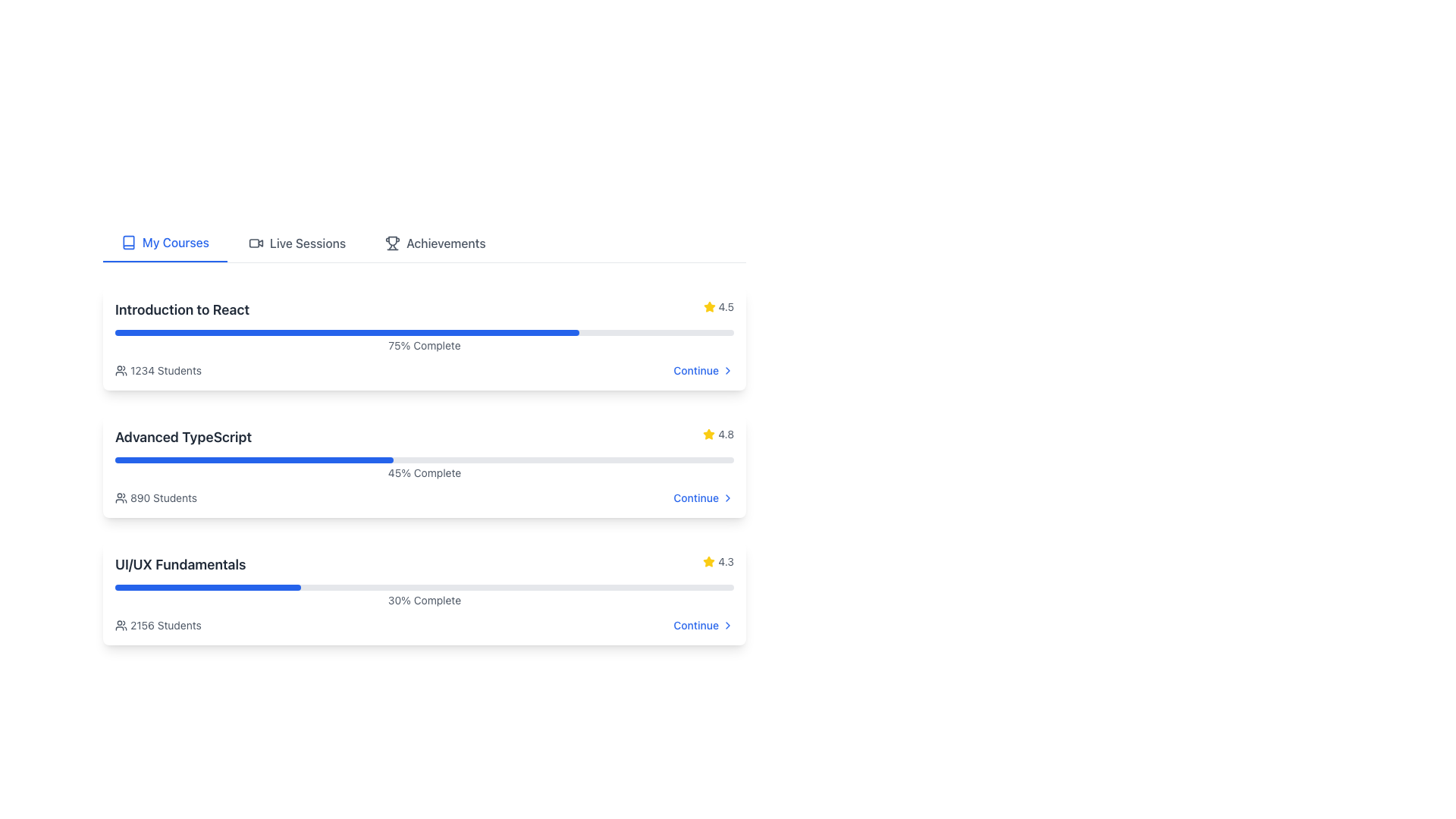  Describe the element at coordinates (346, 332) in the screenshot. I see `the blue progress-fill segment of the progress bar located in the first card titled 'Introduction to React', which indicates the completion percentage` at that location.